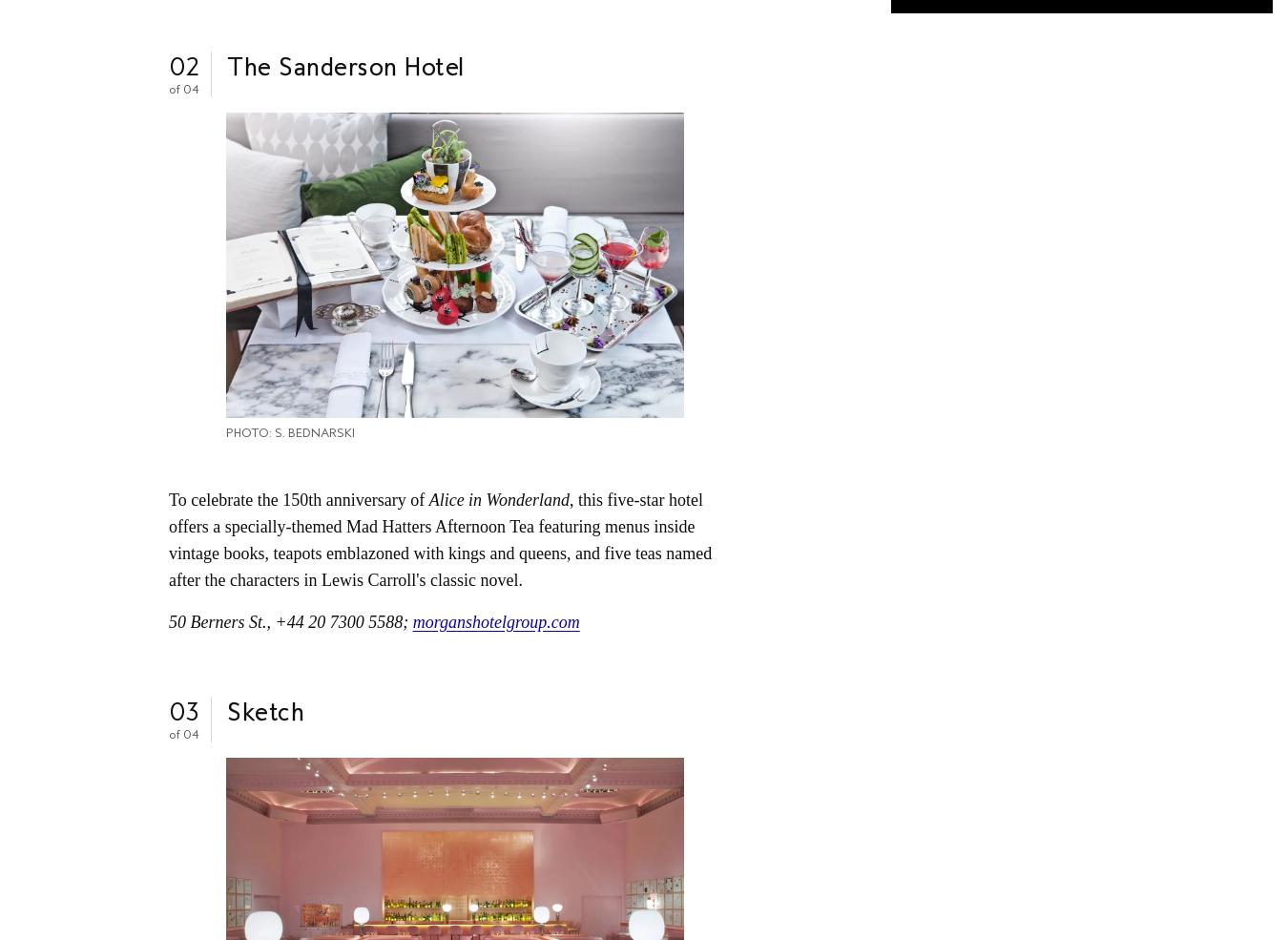 The width and height of the screenshot is (1288, 940). I want to click on ', this five-star hotel offers a specially-themed Mad Hatters Afternoon Tea featuring menus inside vintage books, teapots emblazoned with kings and queens, and five teas named after the characters in Lewis Carroll's classic novel.', so click(439, 538).